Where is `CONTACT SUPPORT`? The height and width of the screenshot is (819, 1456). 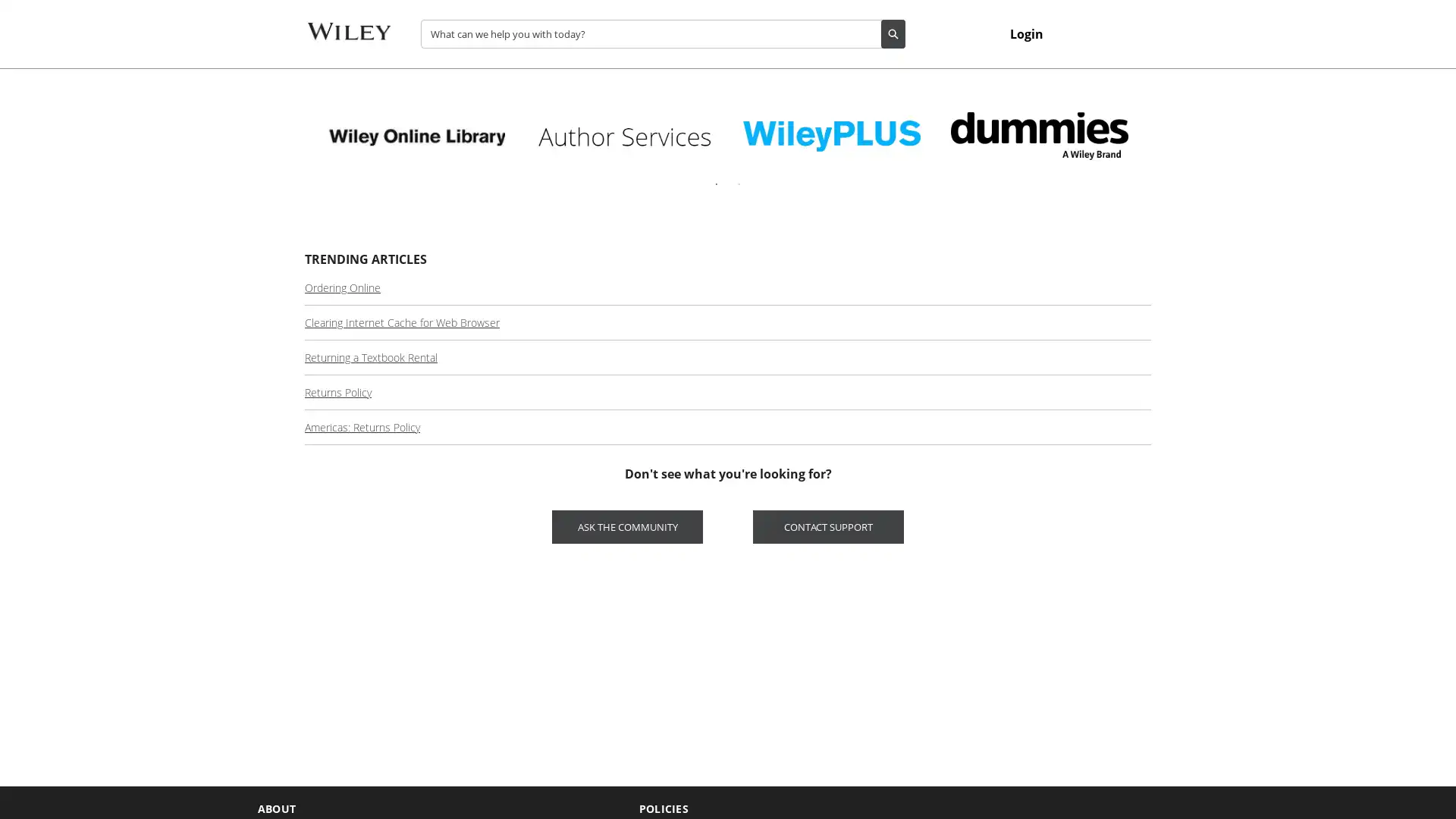 CONTACT SUPPORT is located at coordinates (827, 526).